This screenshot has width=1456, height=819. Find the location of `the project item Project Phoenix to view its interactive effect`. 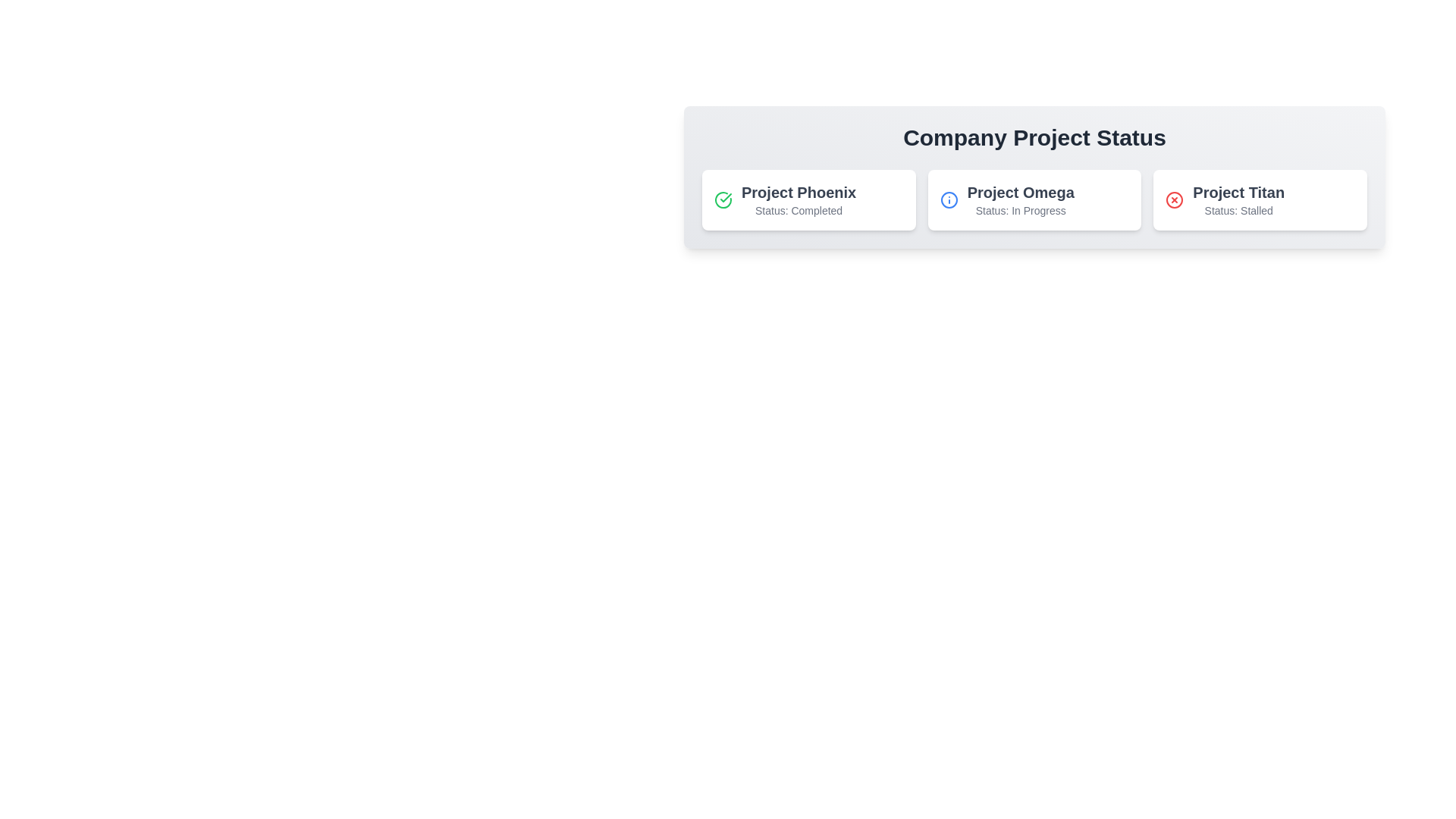

the project item Project Phoenix to view its interactive effect is located at coordinates (808, 199).